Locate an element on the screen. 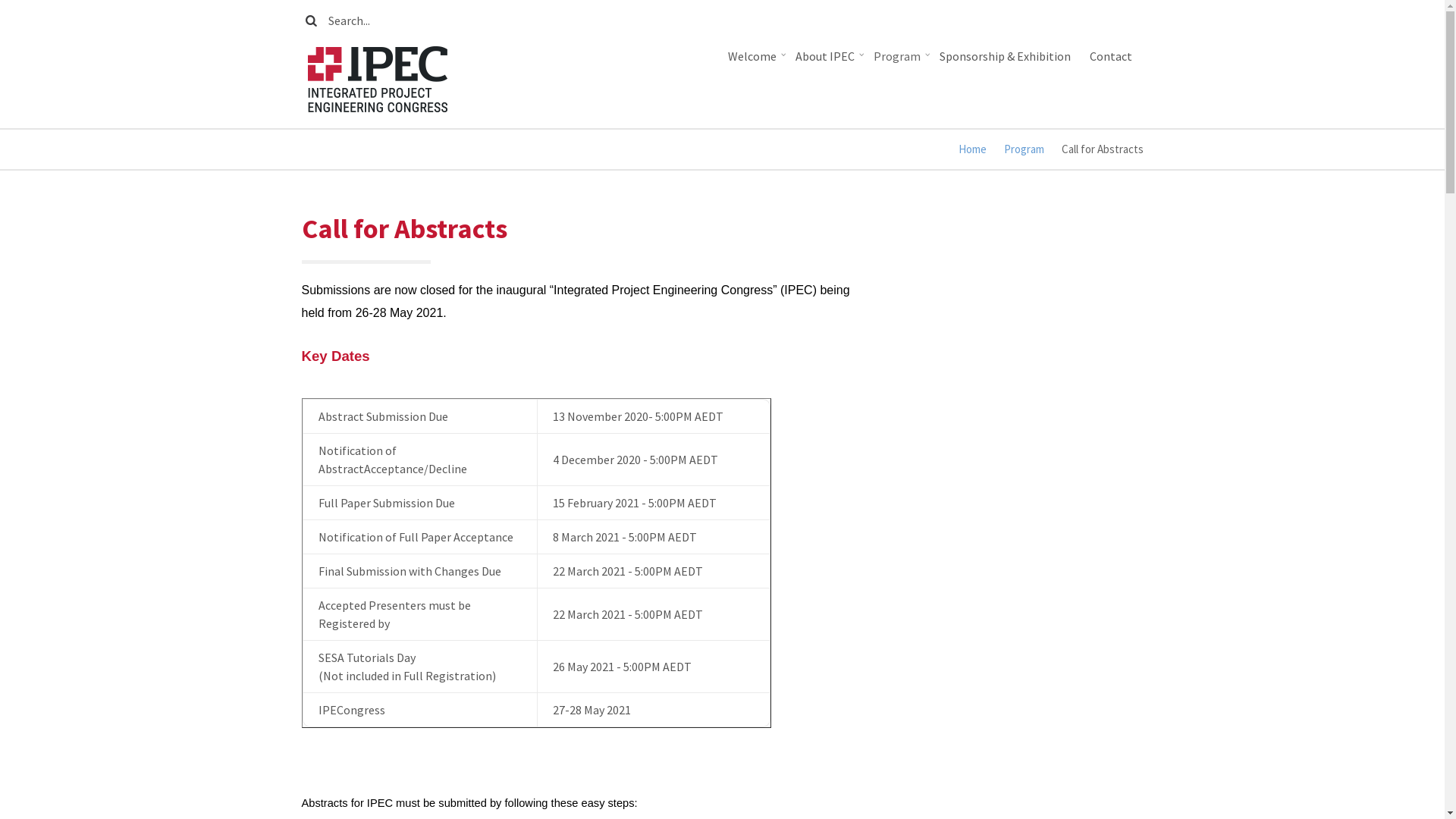  'Search' is located at coordinates (315, 20).